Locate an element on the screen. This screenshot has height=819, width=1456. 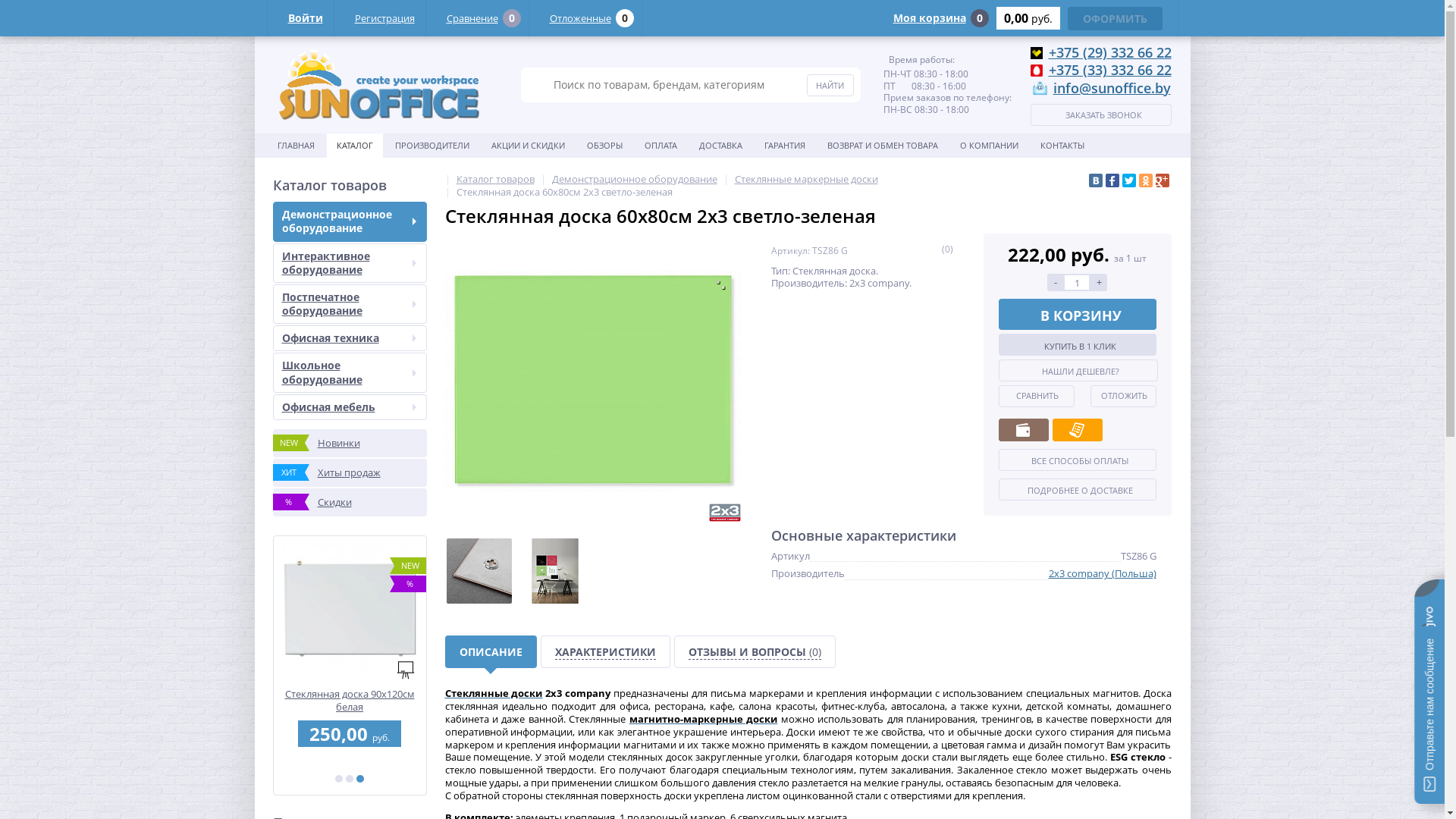
'mail.png' is located at coordinates (1038, 89).